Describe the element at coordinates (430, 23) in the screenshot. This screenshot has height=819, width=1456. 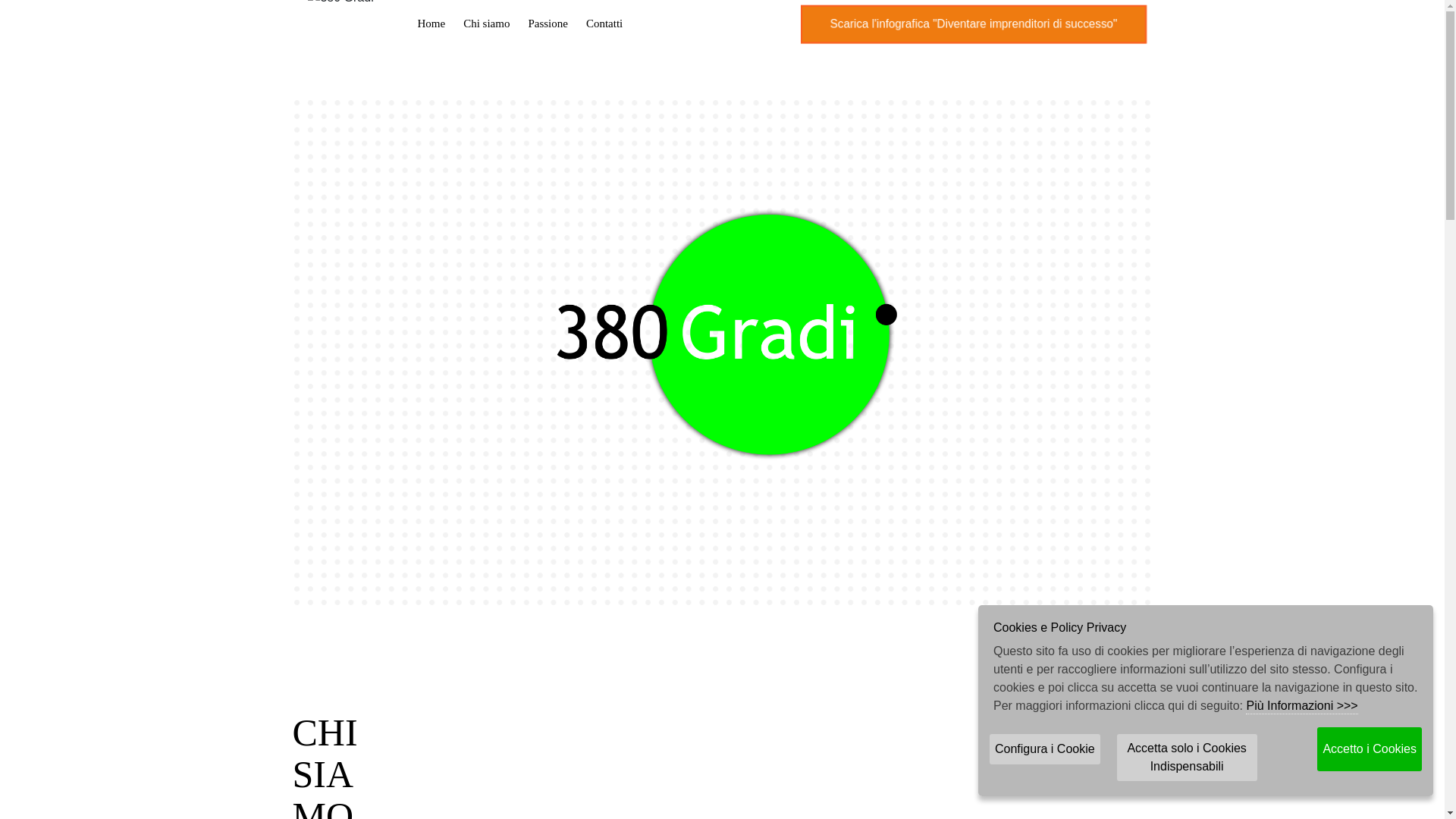
I see `'Home'` at that location.